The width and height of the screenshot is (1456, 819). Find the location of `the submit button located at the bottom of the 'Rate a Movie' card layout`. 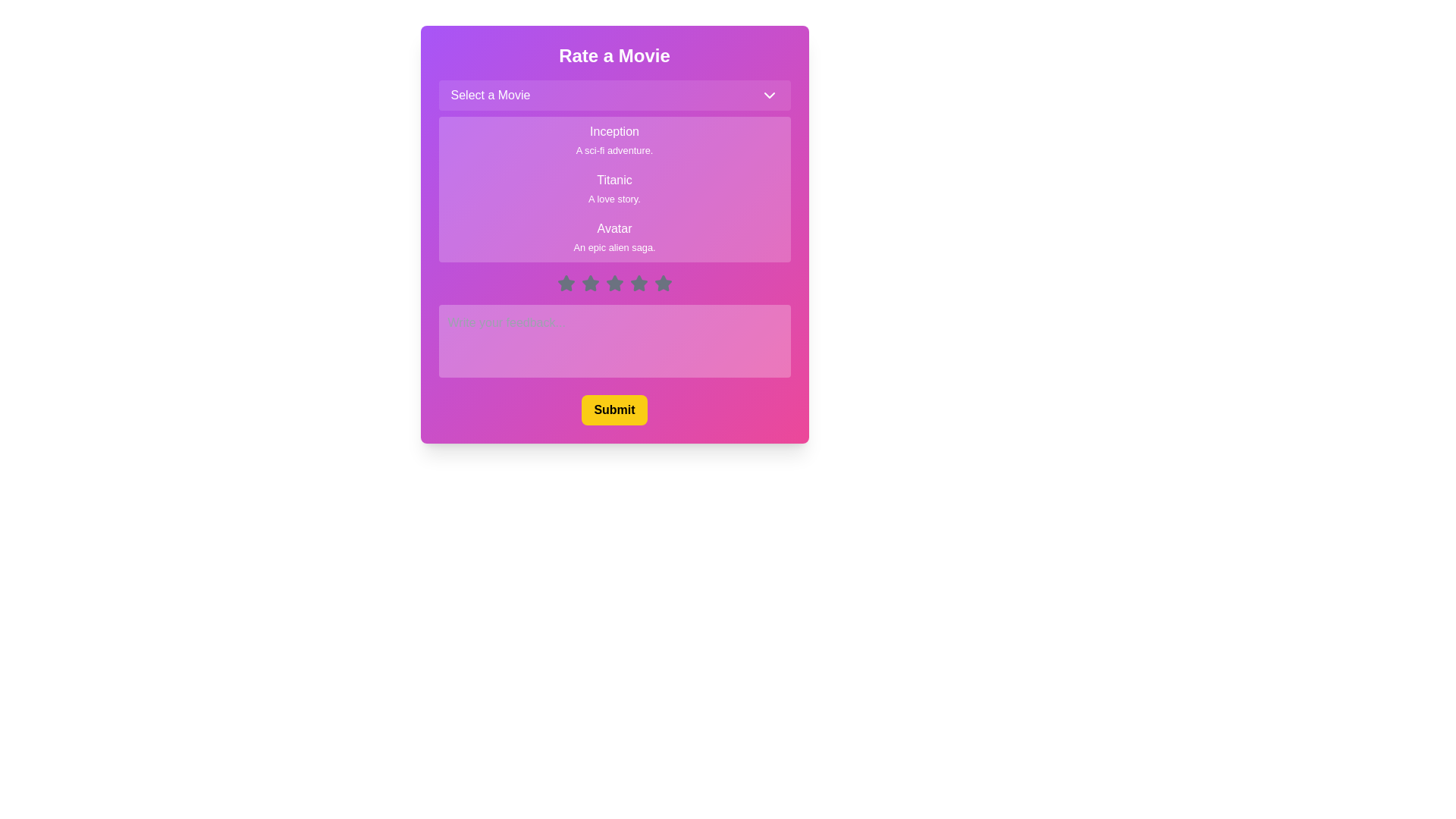

the submit button located at the bottom of the 'Rate a Movie' card layout is located at coordinates (614, 409).